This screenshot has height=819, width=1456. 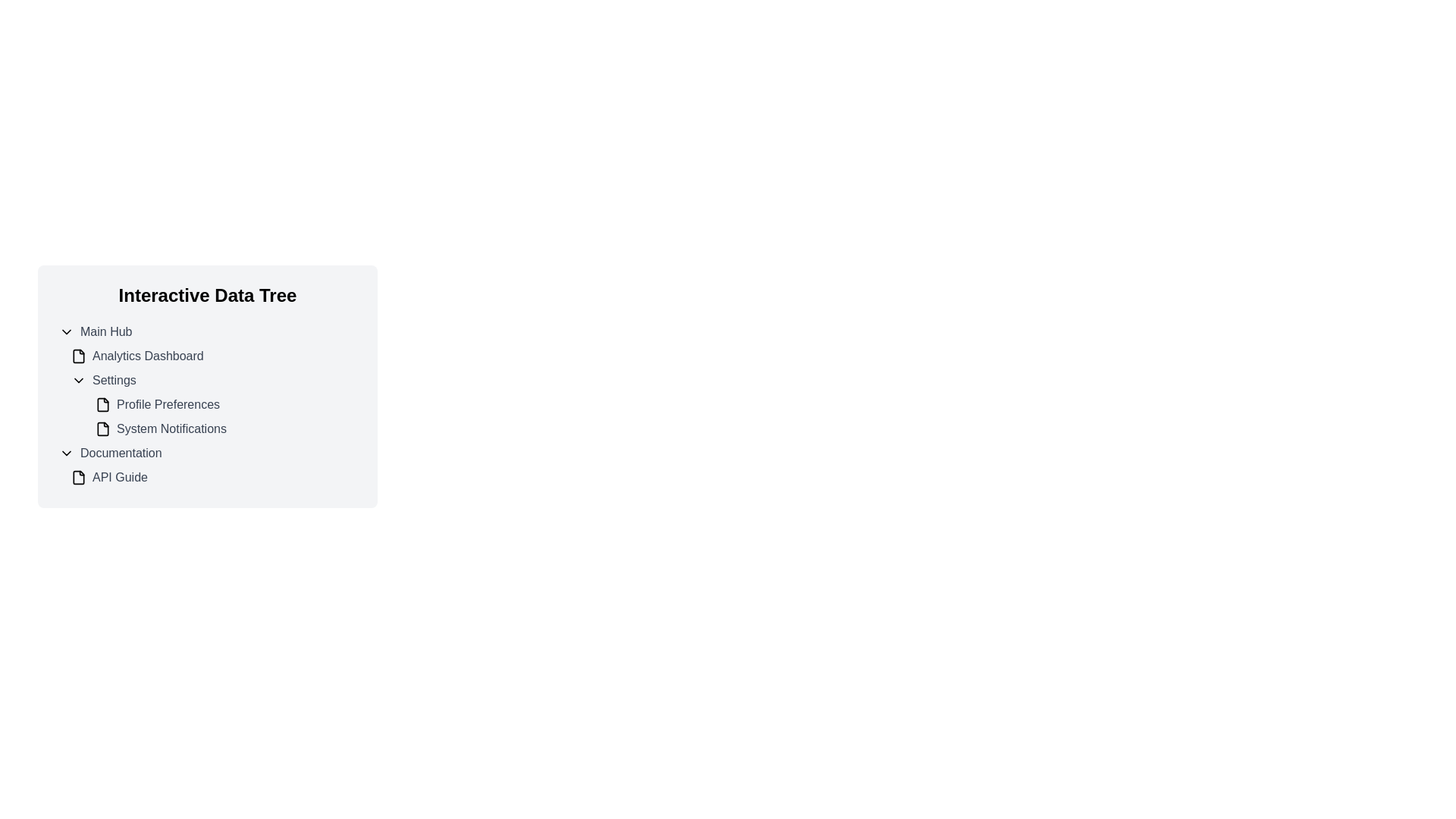 I want to click on the icon representing a file or document associated with 'Analytics Dashboard' located to the left of the text in the second row of the tree structure, so click(x=78, y=356).